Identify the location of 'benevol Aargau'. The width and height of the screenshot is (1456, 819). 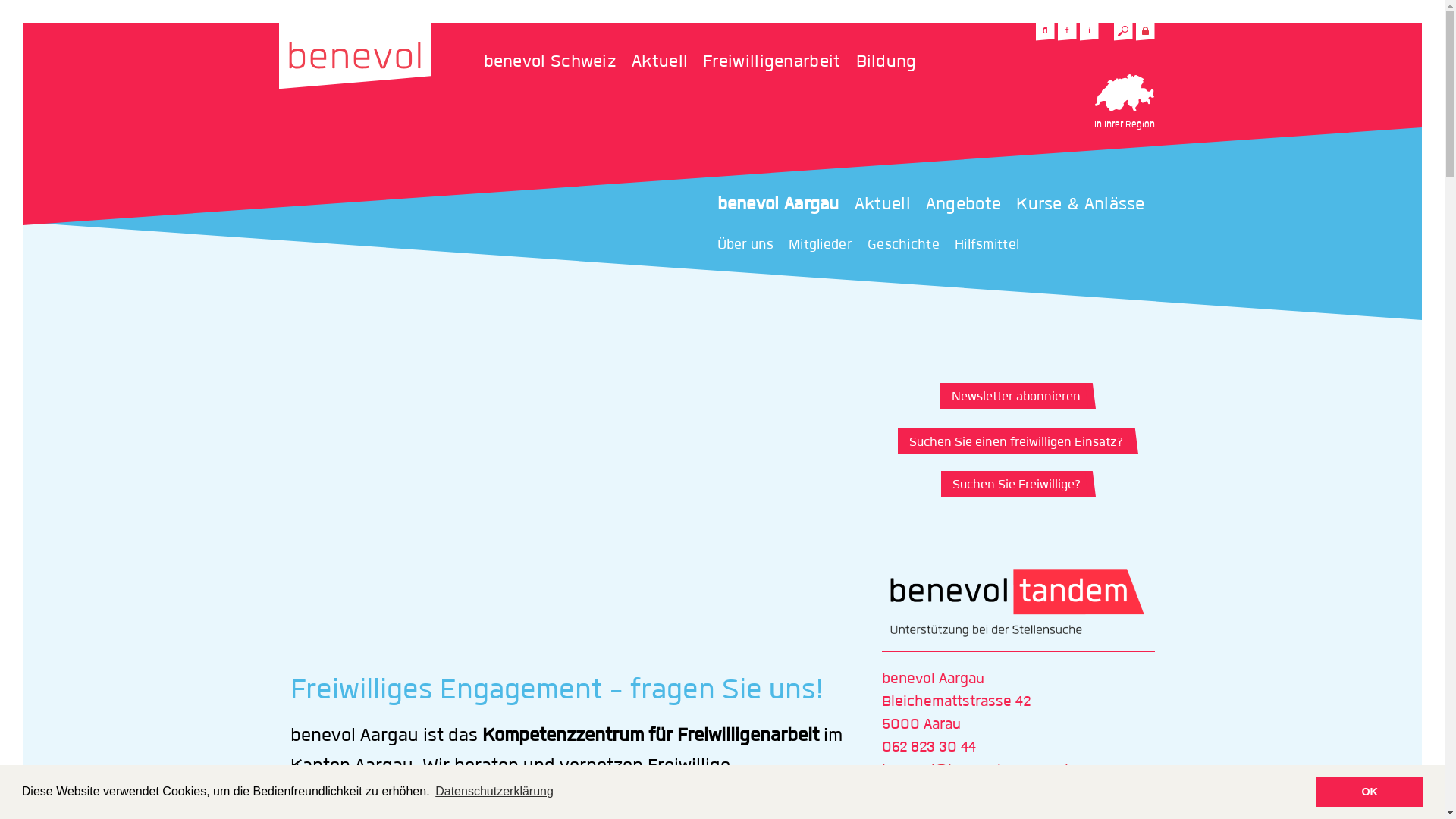
(786, 205).